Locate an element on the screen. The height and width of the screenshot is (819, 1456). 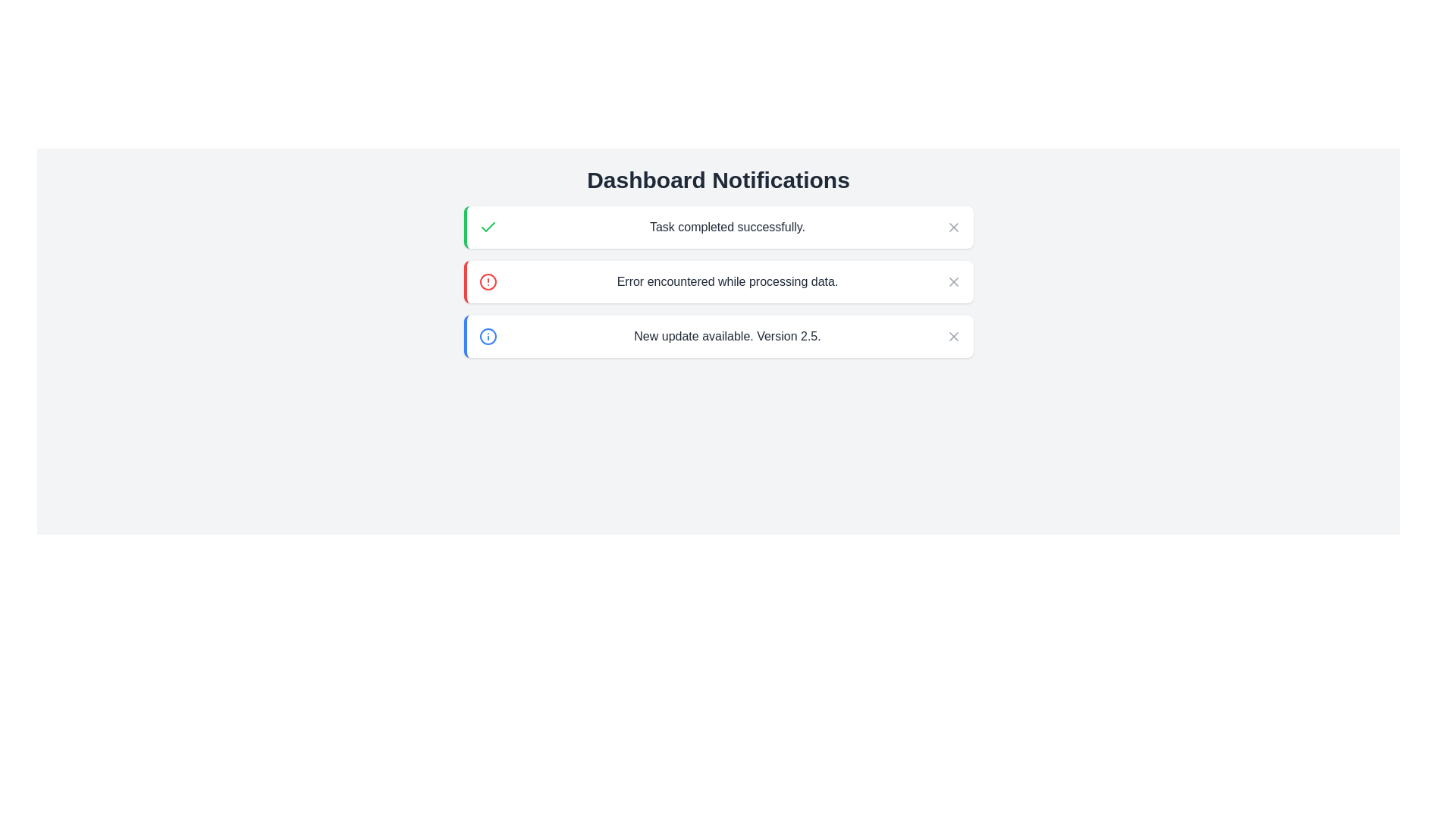
static text field displaying the error message regarding data processing, which is located in the vertically stacked notification area between two other messages is located at coordinates (726, 281).